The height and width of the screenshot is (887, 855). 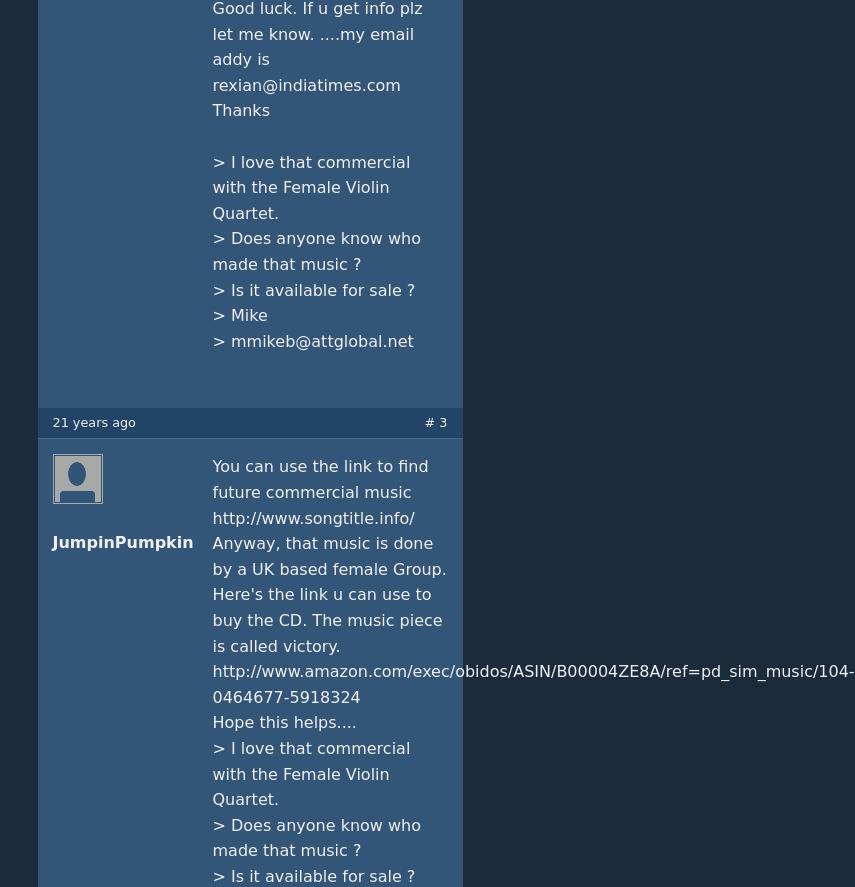 I want to click on '> mmikeb@attglobal.net', so click(x=311, y=340).